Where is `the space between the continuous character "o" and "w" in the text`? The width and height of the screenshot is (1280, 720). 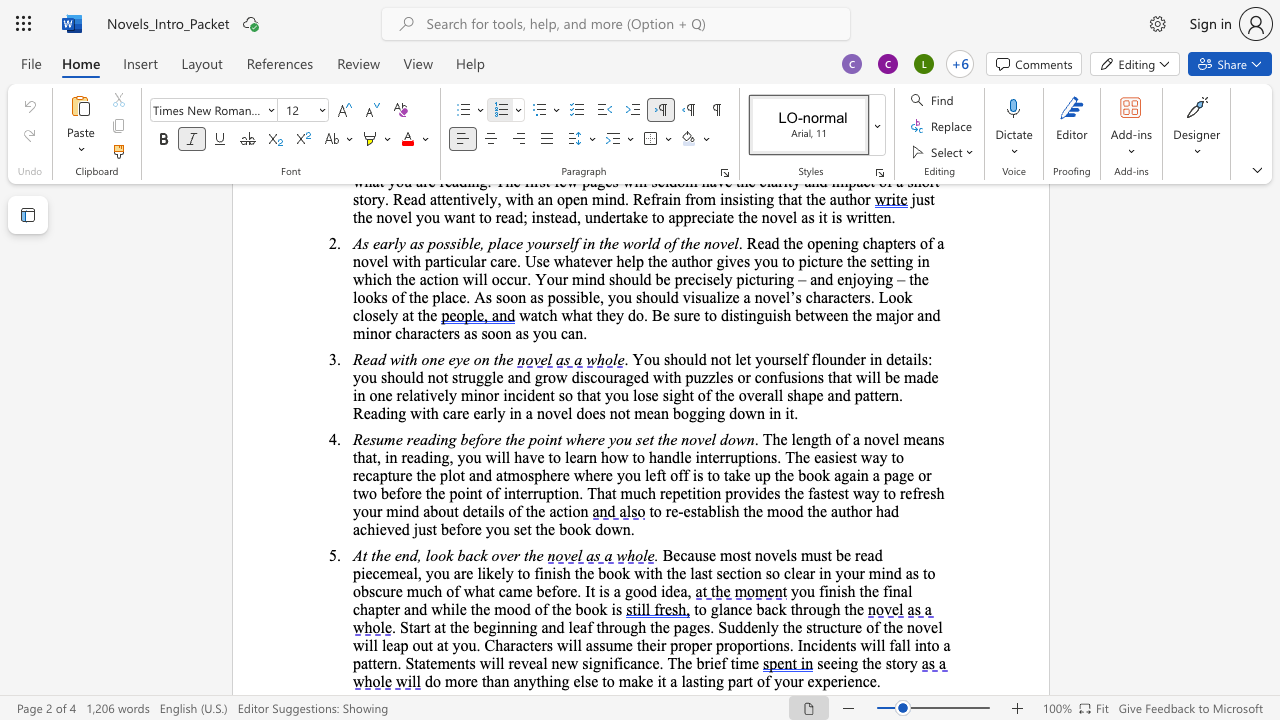
the space between the continuous character "o" and "w" in the text is located at coordinates (735, 438).